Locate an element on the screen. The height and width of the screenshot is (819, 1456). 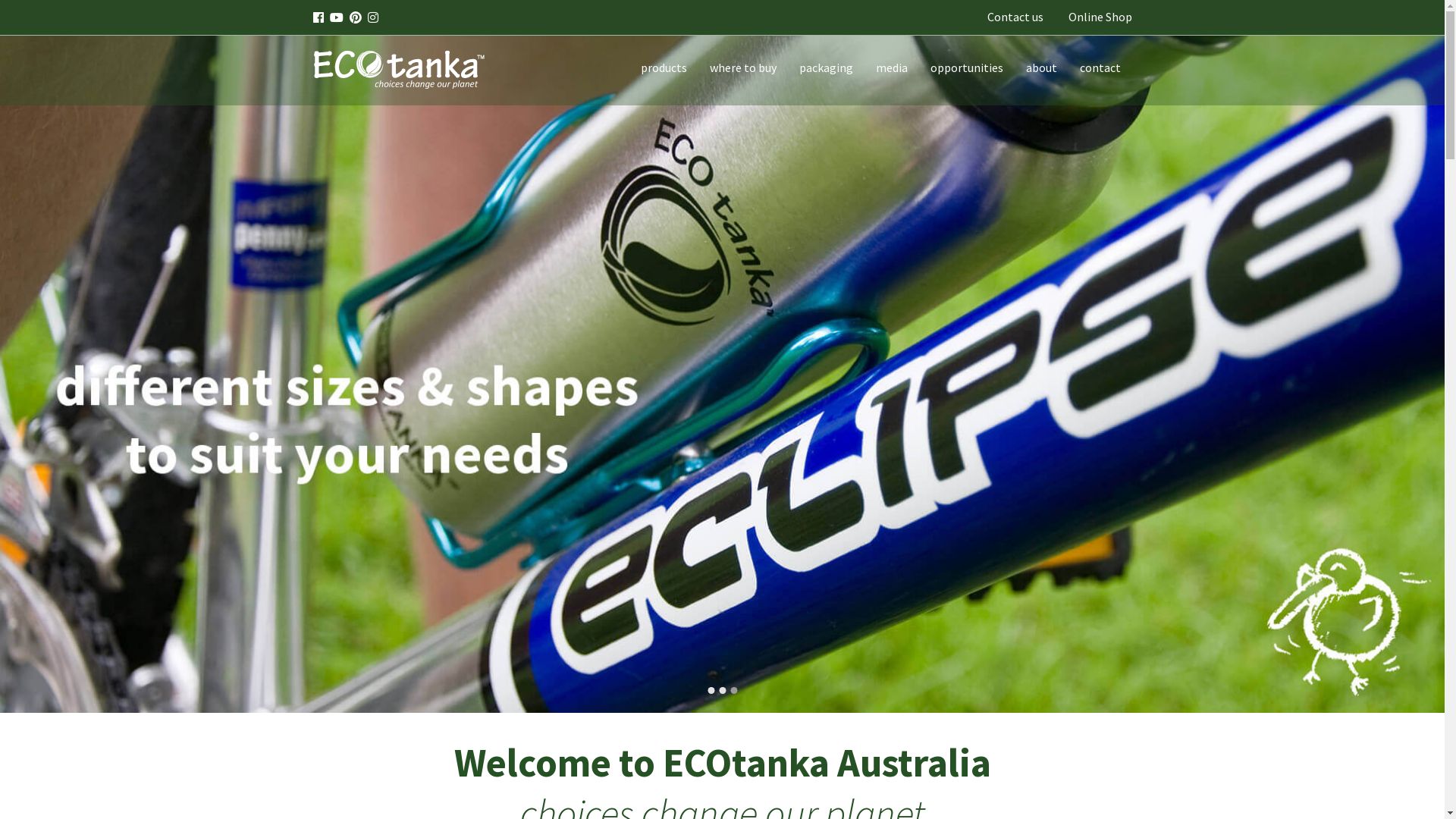
'where to buy' is located at coordinates (742, 66).